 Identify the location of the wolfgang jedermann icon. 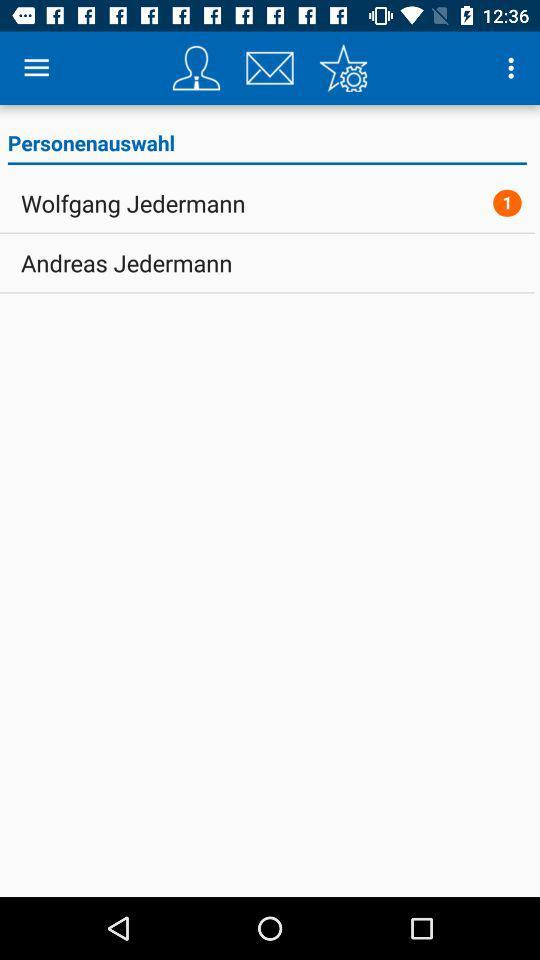
(133, 203).